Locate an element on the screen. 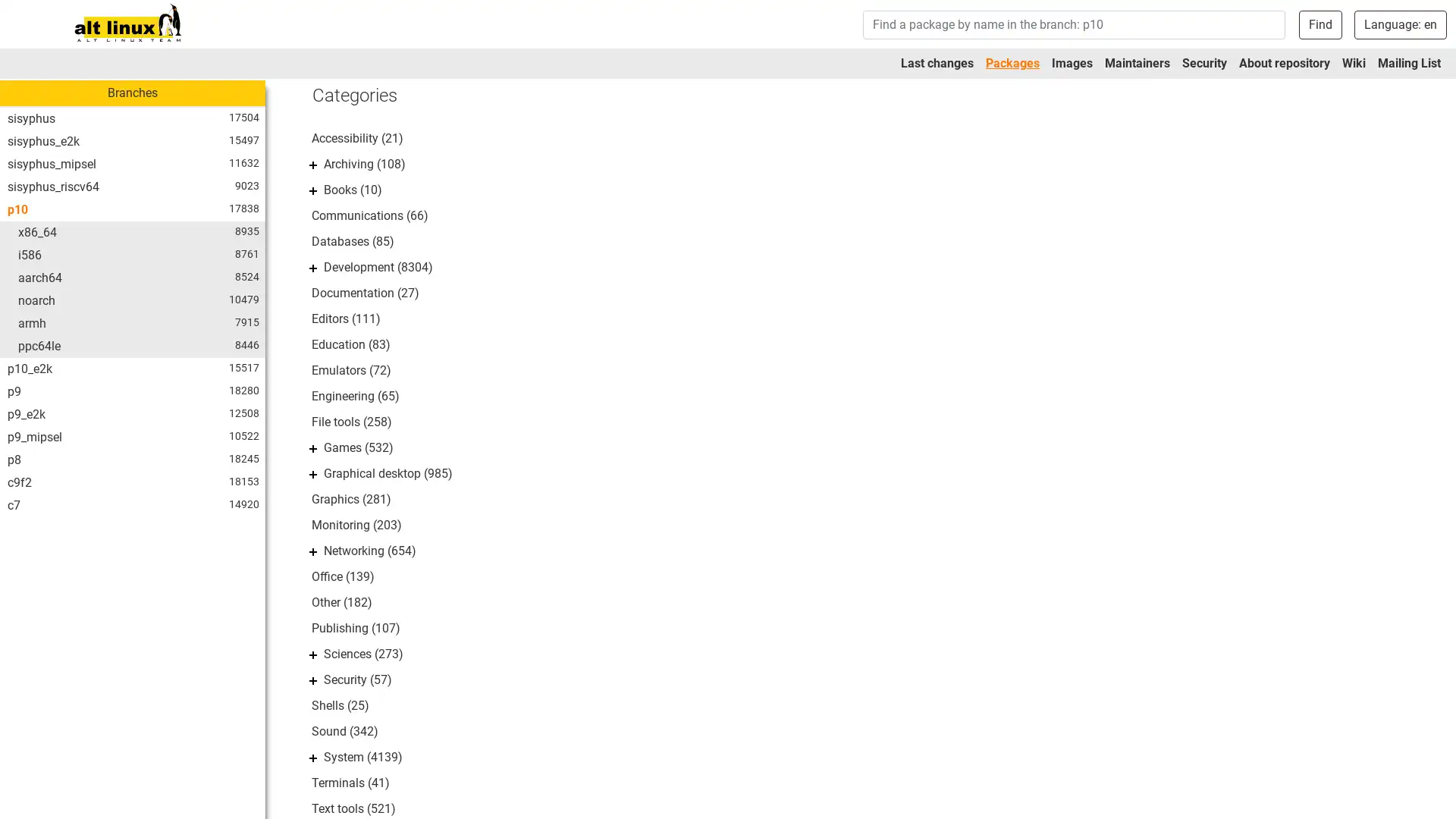 Image resolution: width=1456 pixels, height=819 pixels. Language: en is located at coordinates (1400, 24).